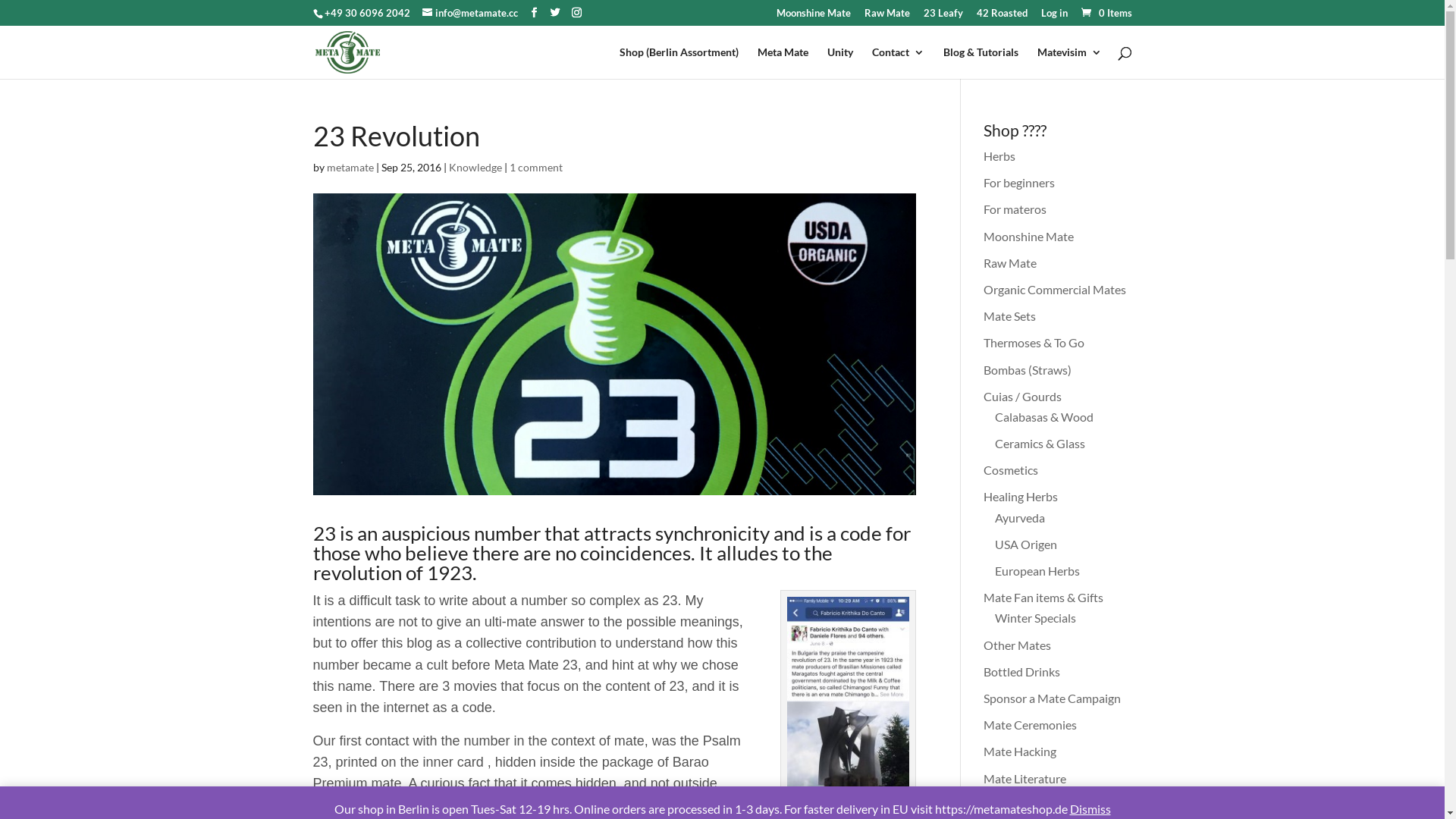 The image size is (1456, 819). What do you see at coordinates (1088, 808) in the screenshot?
I see `'Dismiss'` at bounding box center [1088, 808].